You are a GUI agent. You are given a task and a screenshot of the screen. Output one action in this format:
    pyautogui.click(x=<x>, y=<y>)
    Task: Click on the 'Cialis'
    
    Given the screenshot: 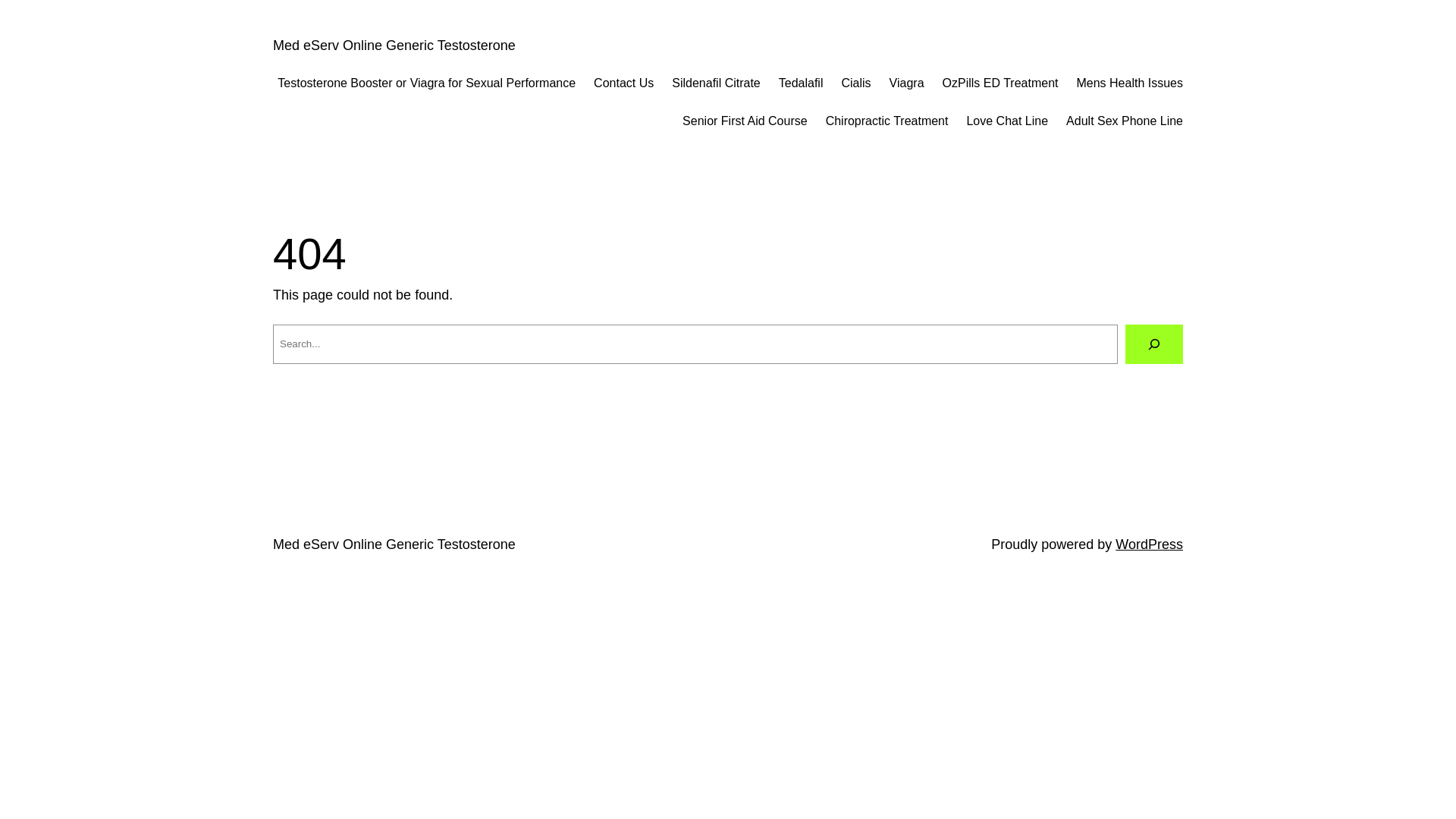 What is the action you would take?
    pyautogui.click(x=855, y=83)
    